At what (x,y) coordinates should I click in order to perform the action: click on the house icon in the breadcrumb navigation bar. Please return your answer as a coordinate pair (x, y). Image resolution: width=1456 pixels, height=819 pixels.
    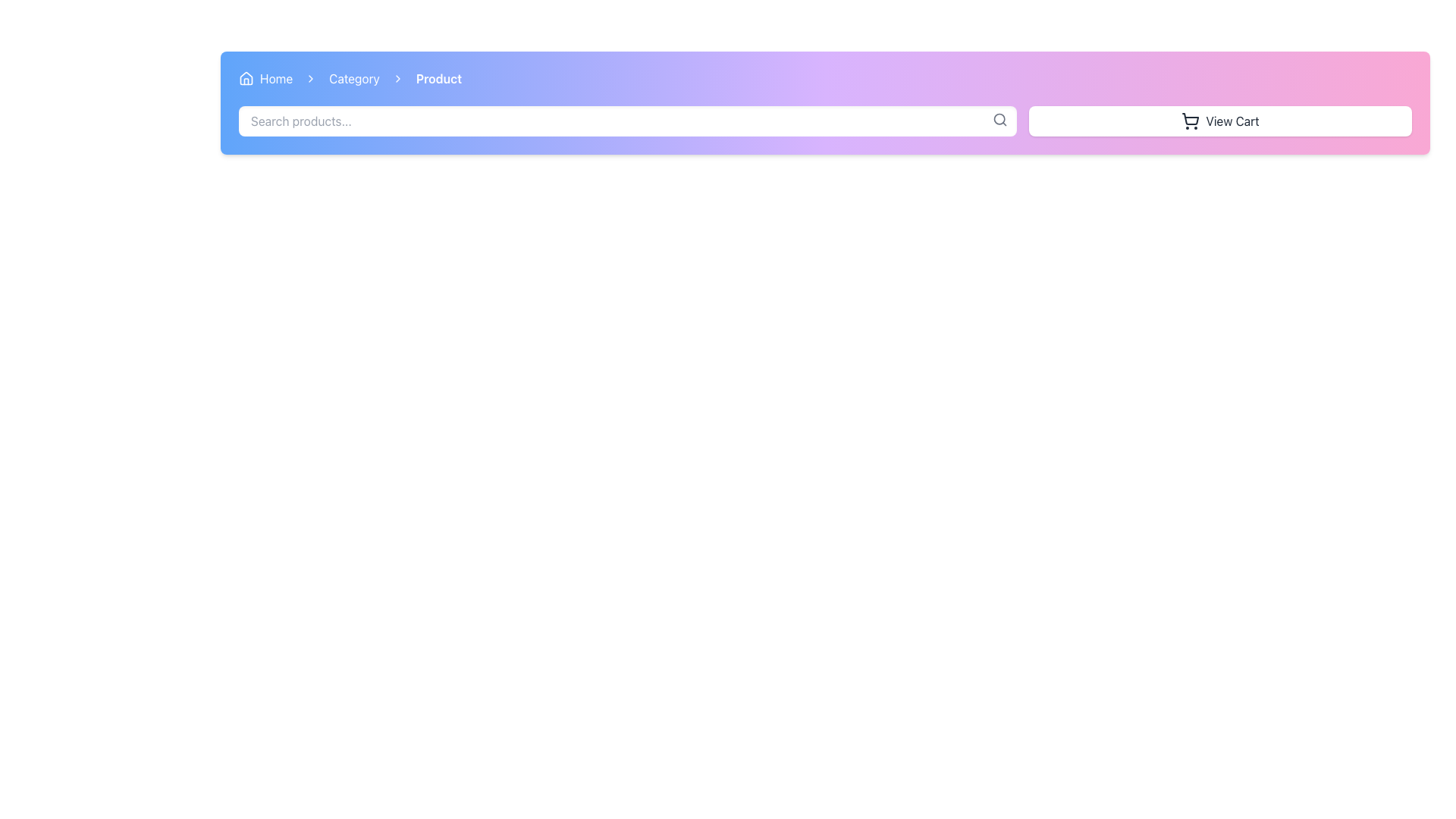
    Looking at the image, I should click on (246, 78).